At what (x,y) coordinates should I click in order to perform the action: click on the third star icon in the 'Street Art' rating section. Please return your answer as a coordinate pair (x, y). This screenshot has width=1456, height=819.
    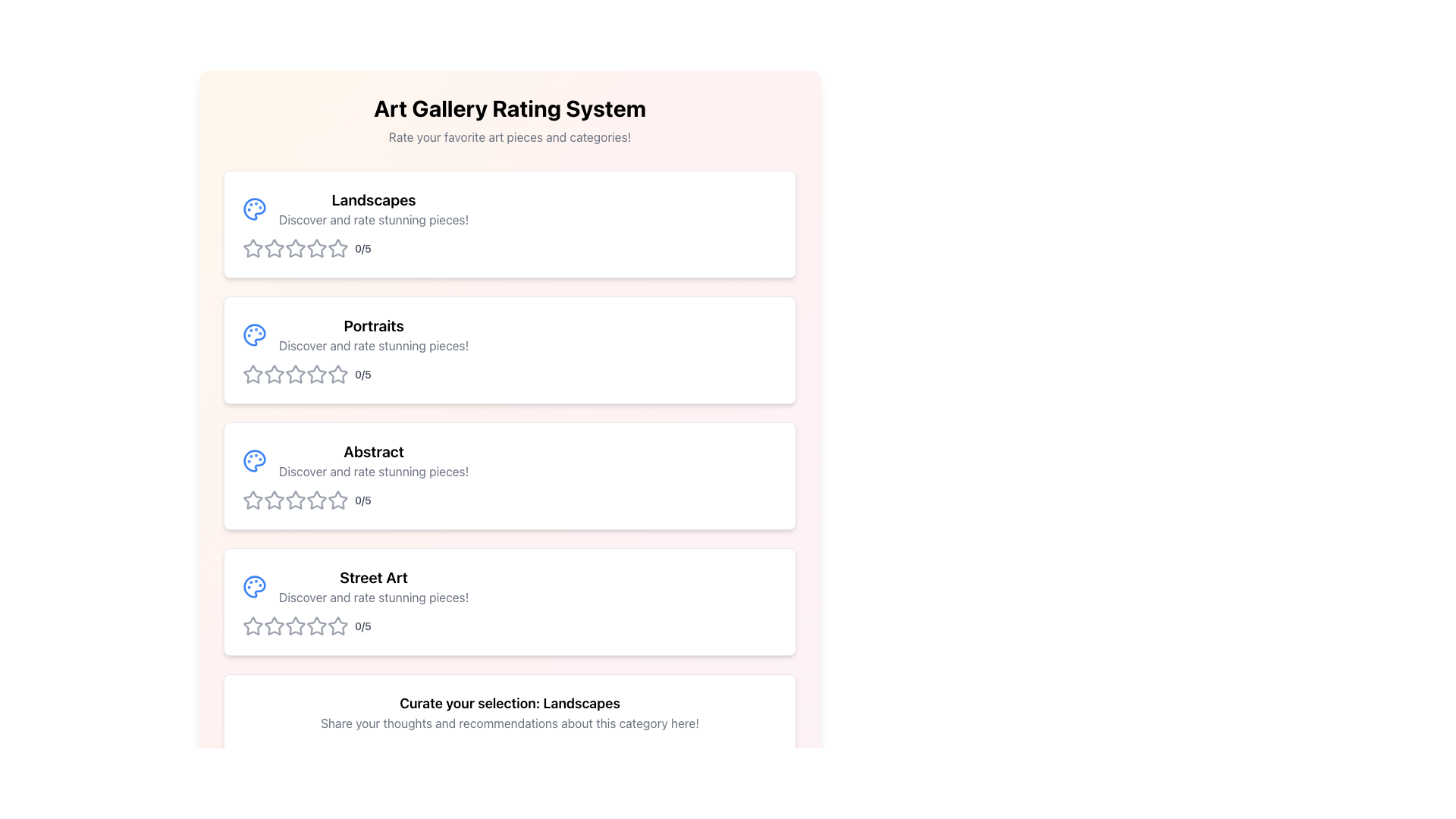
    Looking at the image, I should click on (274, 626).